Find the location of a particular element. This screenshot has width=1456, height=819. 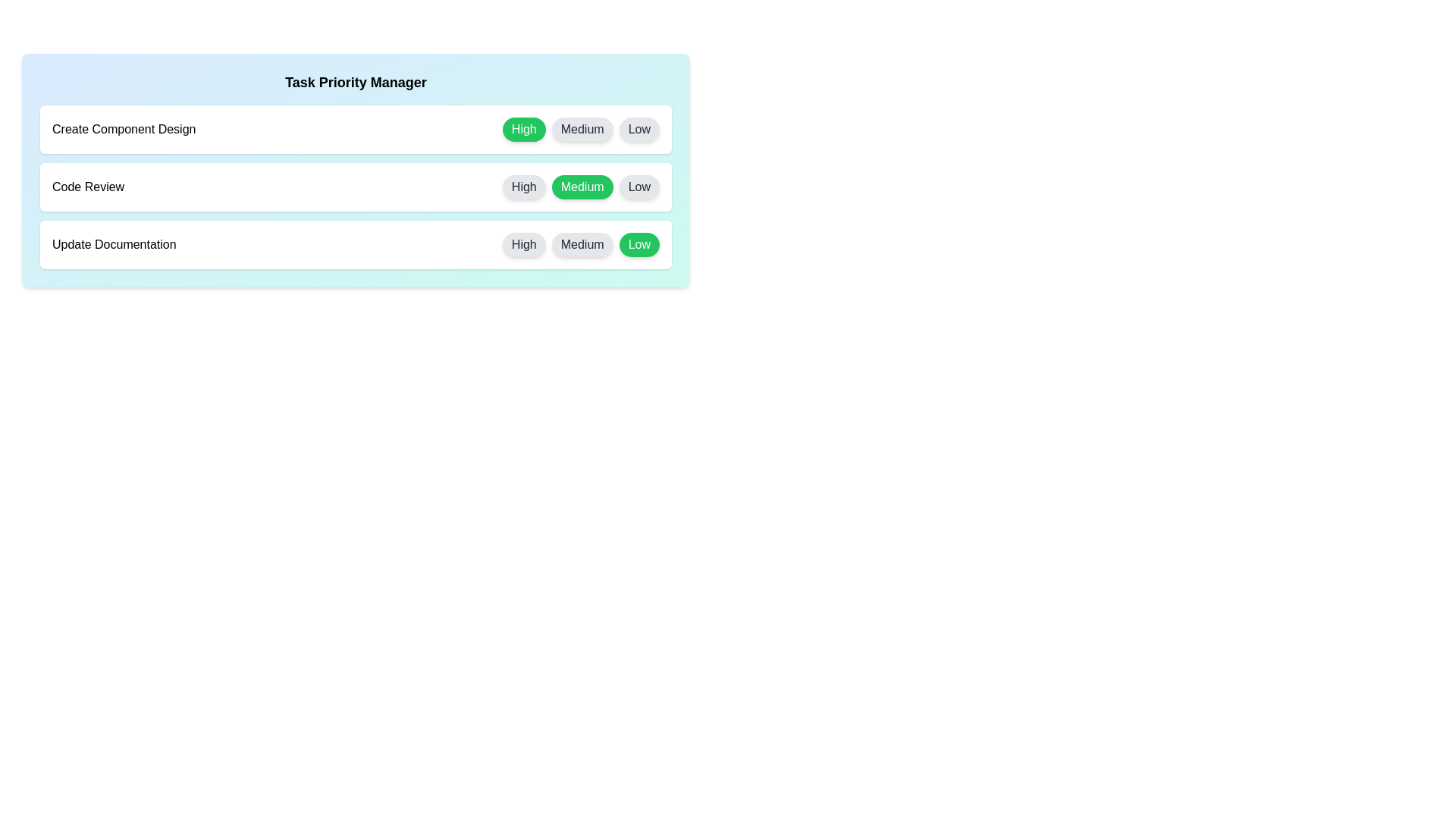

the priority button labeled Medium for the task Create Component Design is located at coordinates (582, 128).